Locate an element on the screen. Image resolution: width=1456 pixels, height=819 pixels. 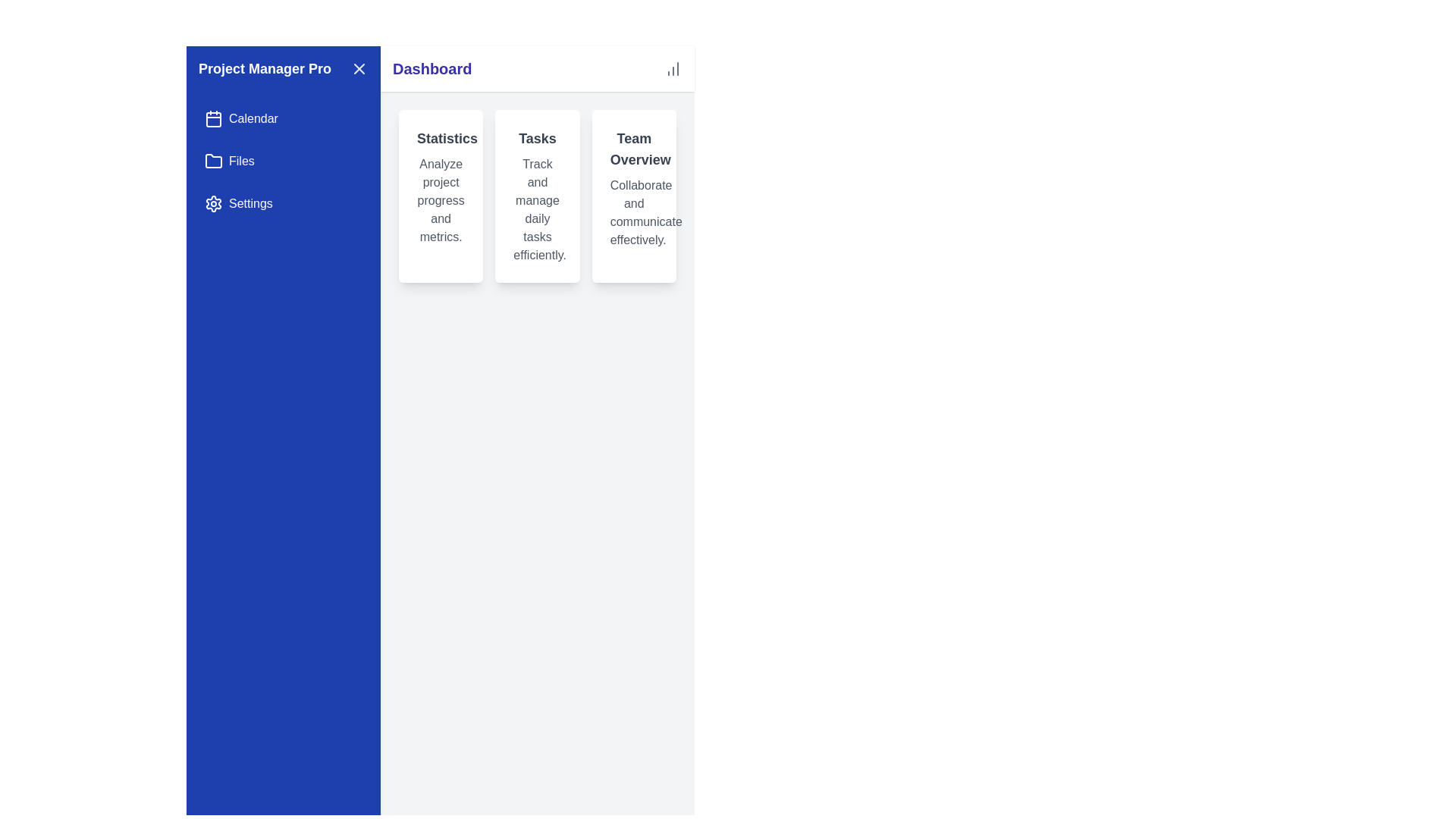
the folder icon representing the 'Files' functionality in the navigation menu is located at coordinates (213, 161).